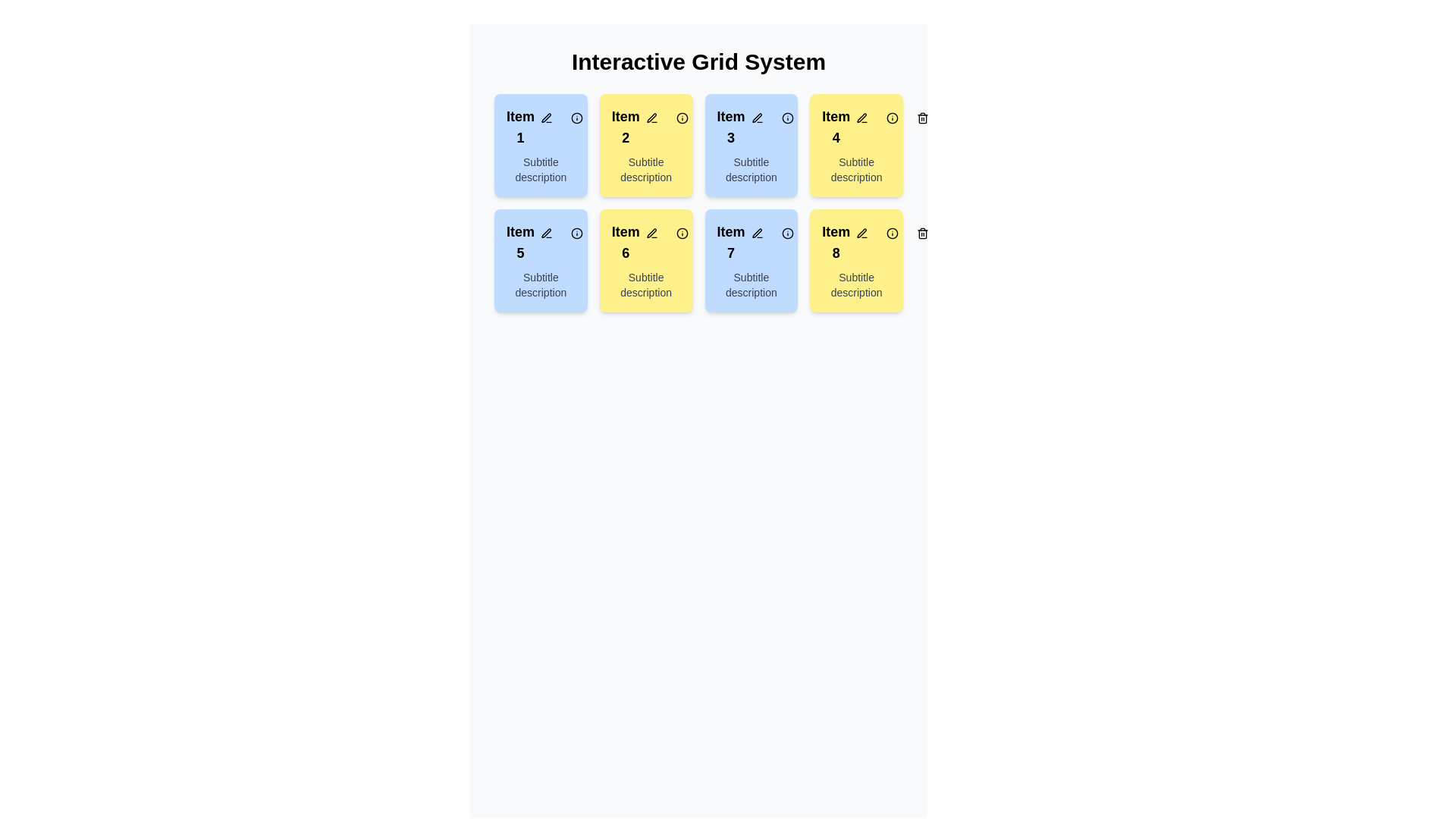 Image resolution: width=1456 pixels, height=819 pixels. I want to click on the circular button with an 'info' icon located in the bottom-right corner of the card labeled 'Item 8', so click(893, 234).